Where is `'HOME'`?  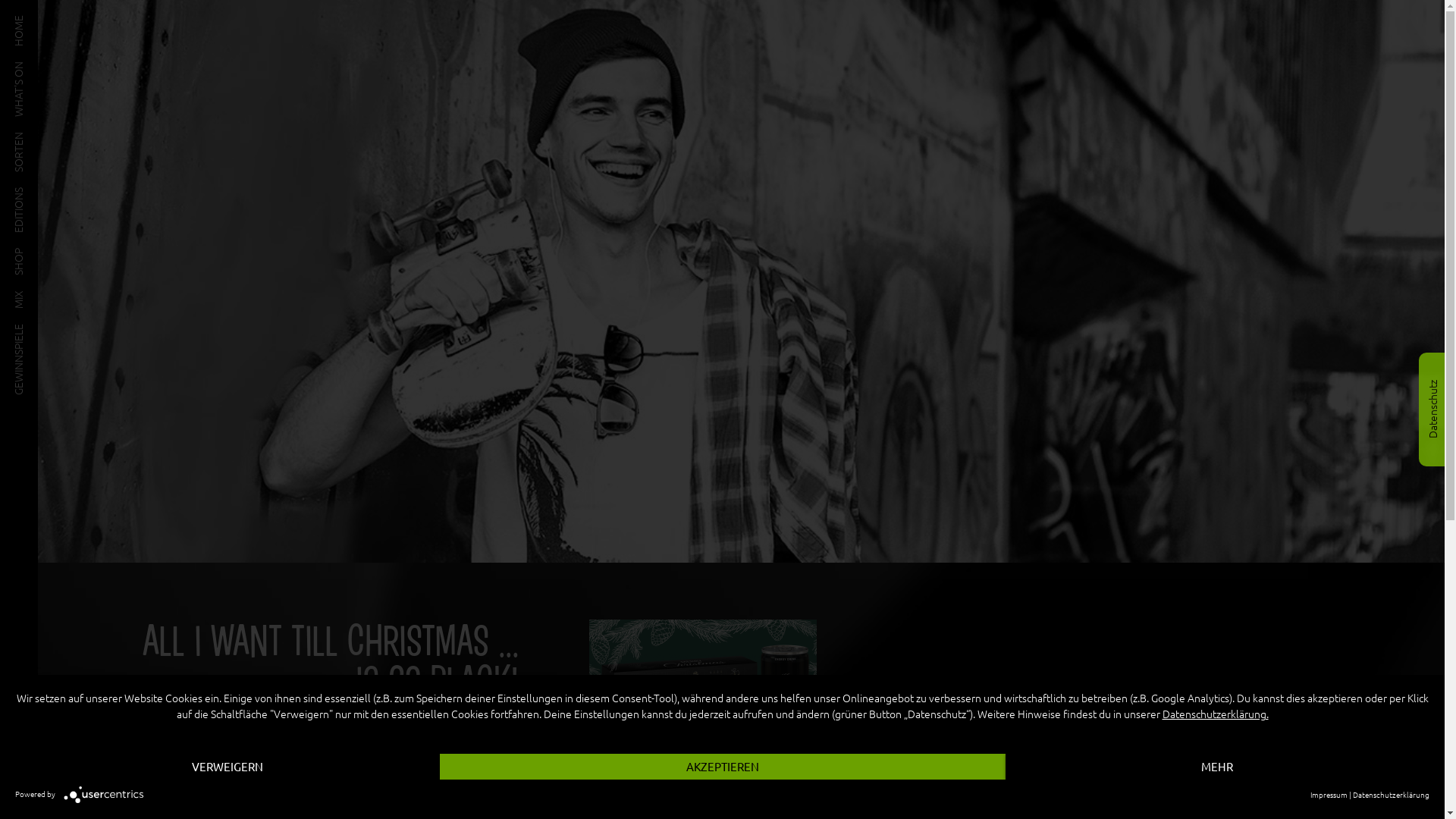 'HOME' is located at coordinates (29, 20).